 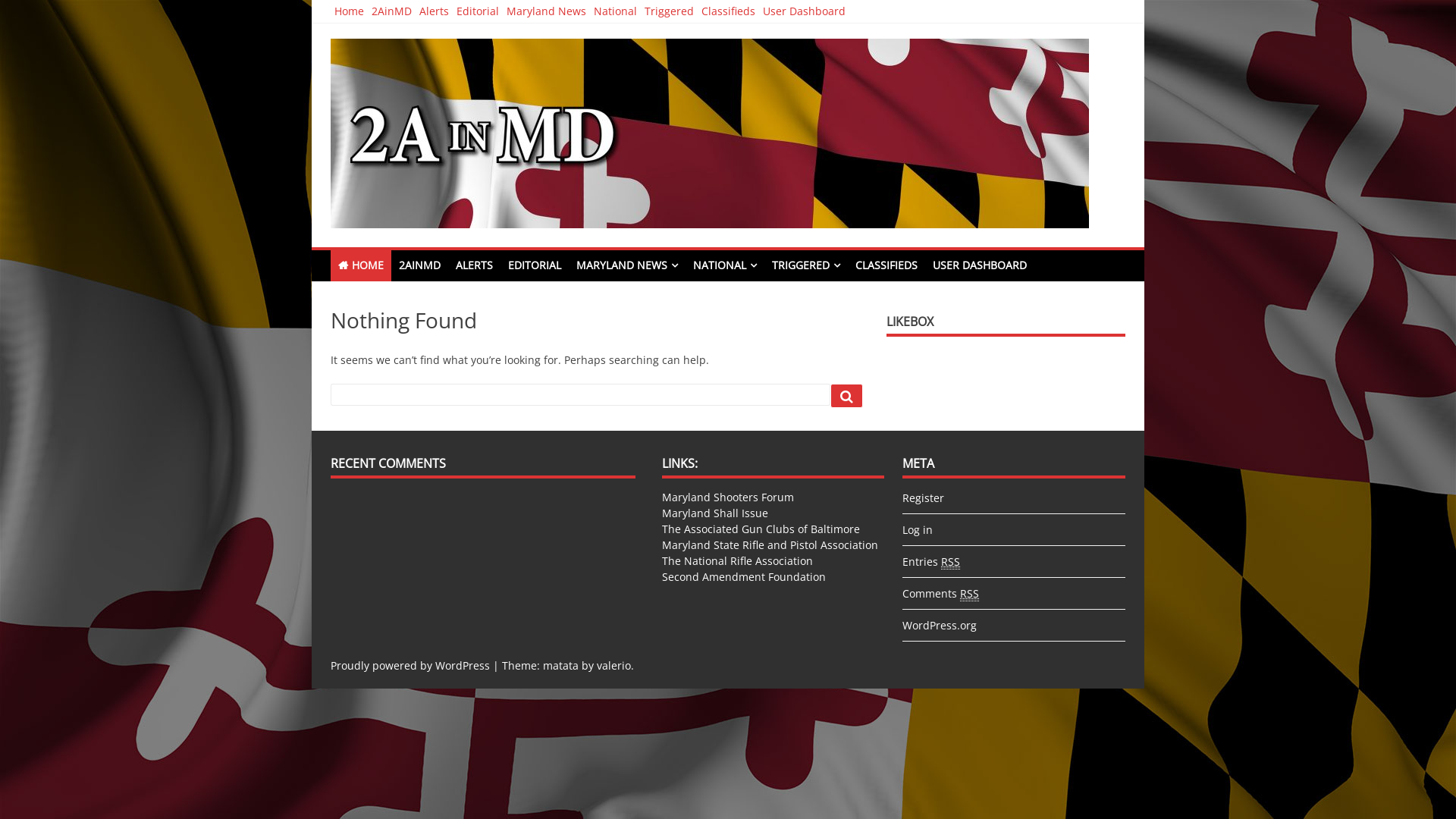 What do you see at coordinates (419, 265) in the screenshot?
I see `'2AINMD'` at bounding box center [419, 265].